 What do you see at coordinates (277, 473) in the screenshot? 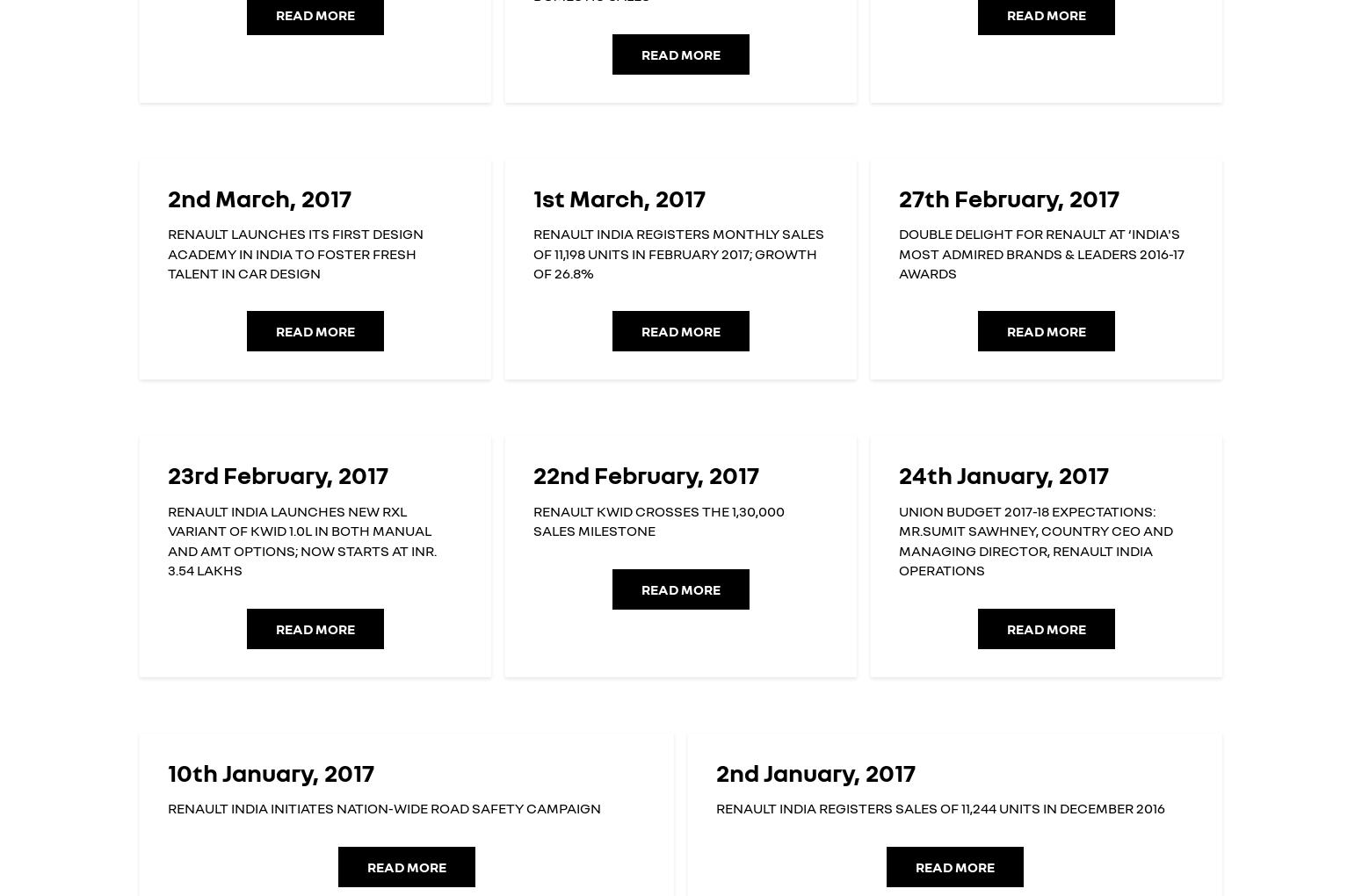
I see `'23rd February, 2017'` at bounding box center [277, 473].